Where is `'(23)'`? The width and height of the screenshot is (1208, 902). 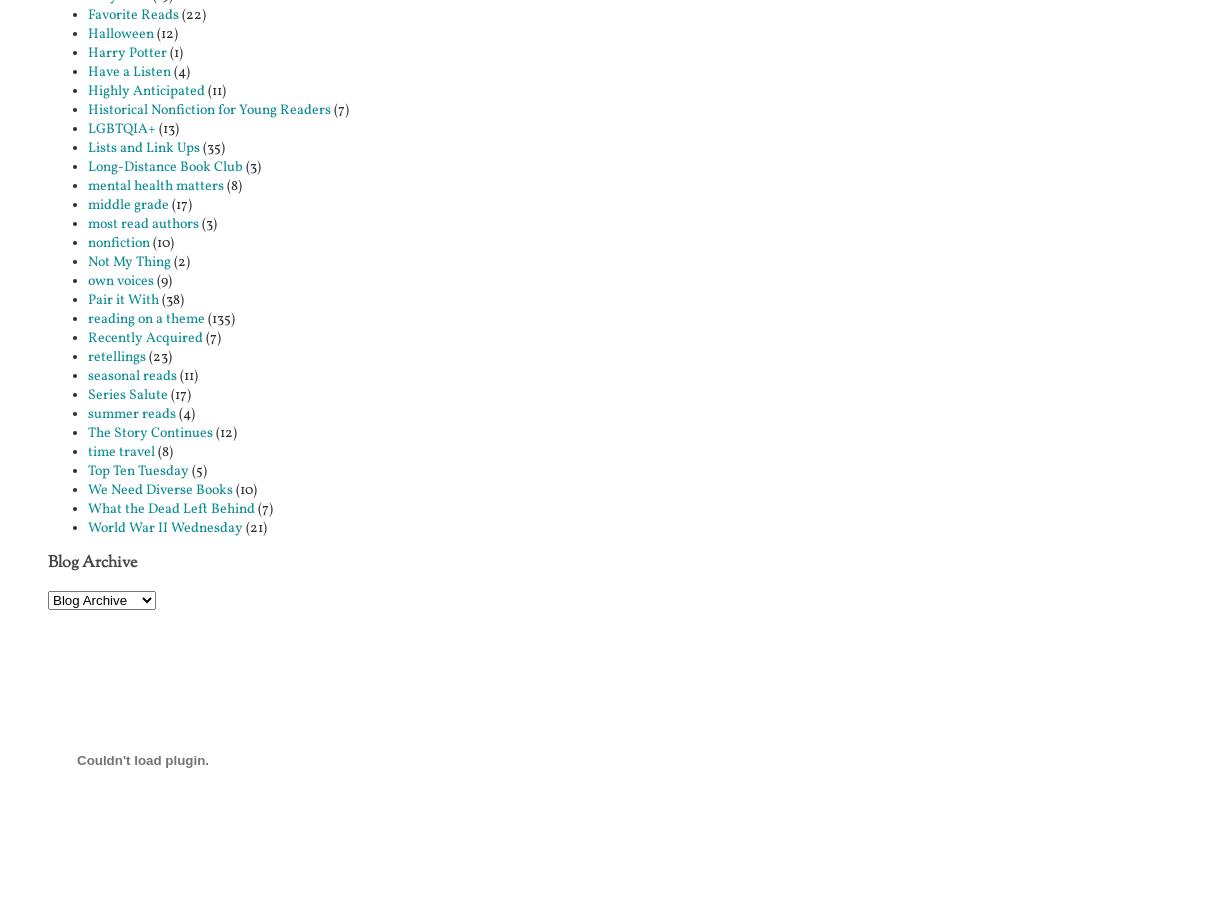
'(23)' is located at coordinates (160, 355).